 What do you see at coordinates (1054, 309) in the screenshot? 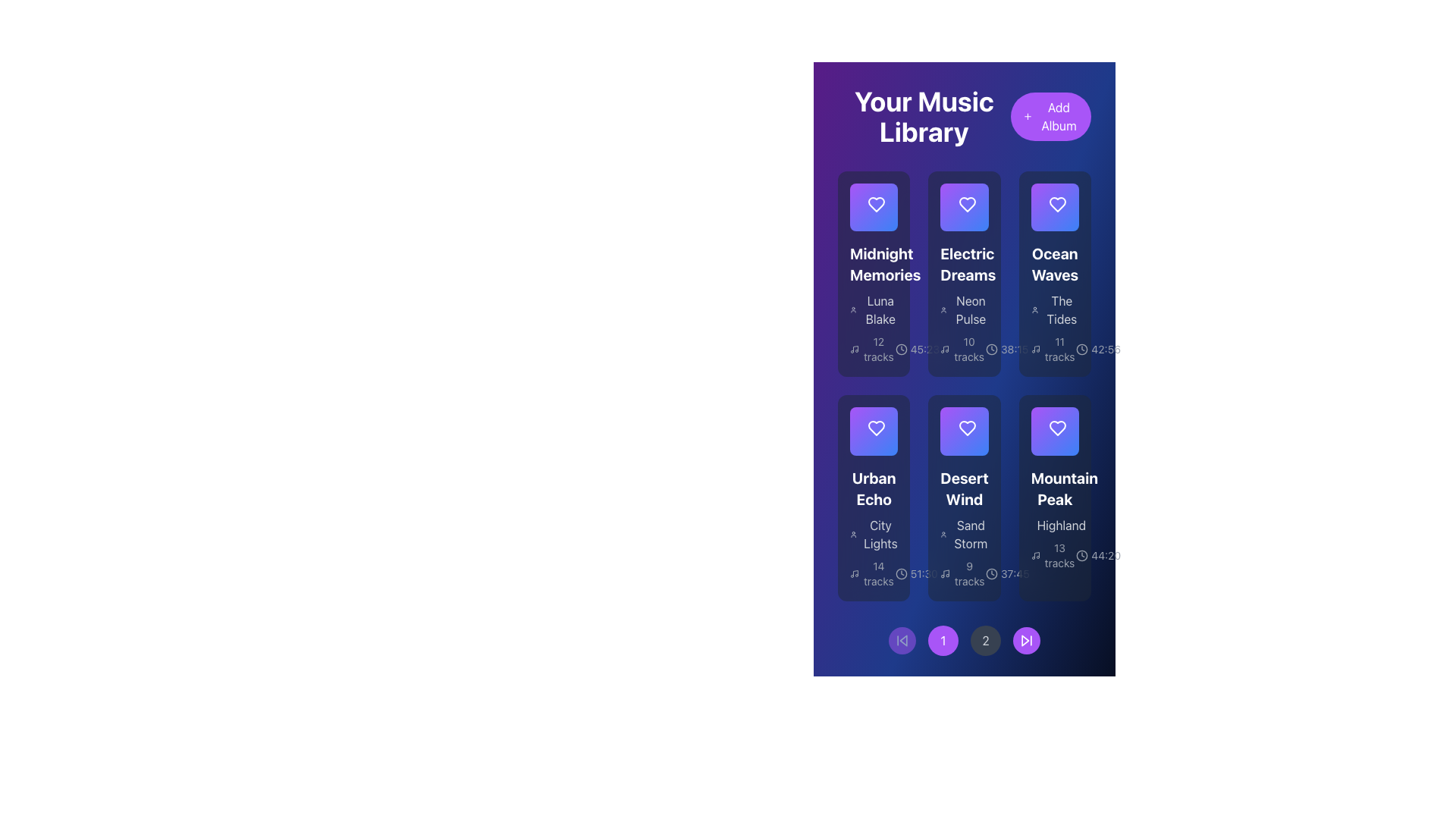
I see `the descriptive label providing additional information about the 'Ocean Waves' album, which is positioned under the title 'Ocean Waves' and aligned with the user icon` at bounding box center [1054, 309].